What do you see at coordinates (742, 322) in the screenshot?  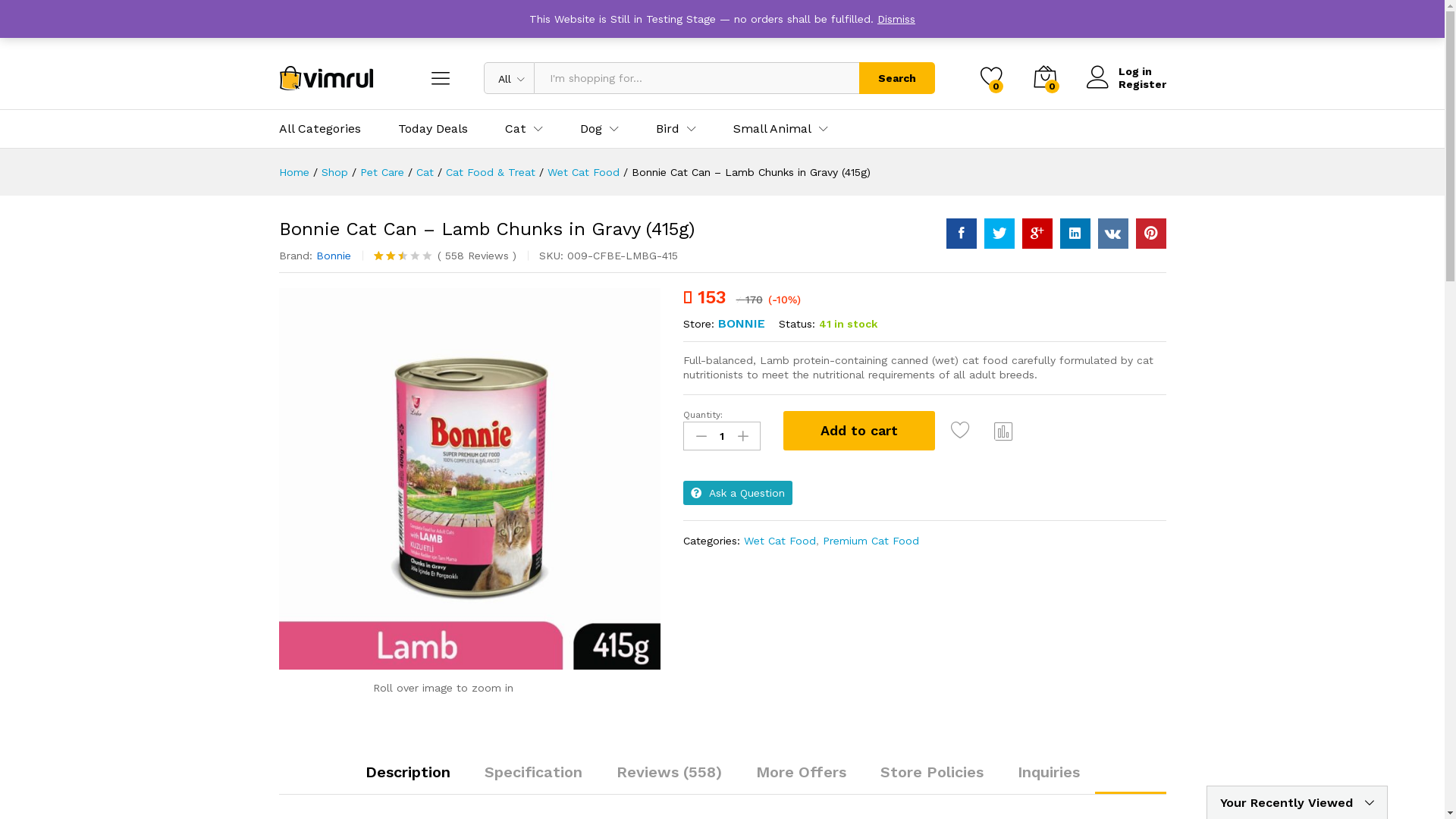 I see `'BONNIE'` at bounding box center [742, 322].